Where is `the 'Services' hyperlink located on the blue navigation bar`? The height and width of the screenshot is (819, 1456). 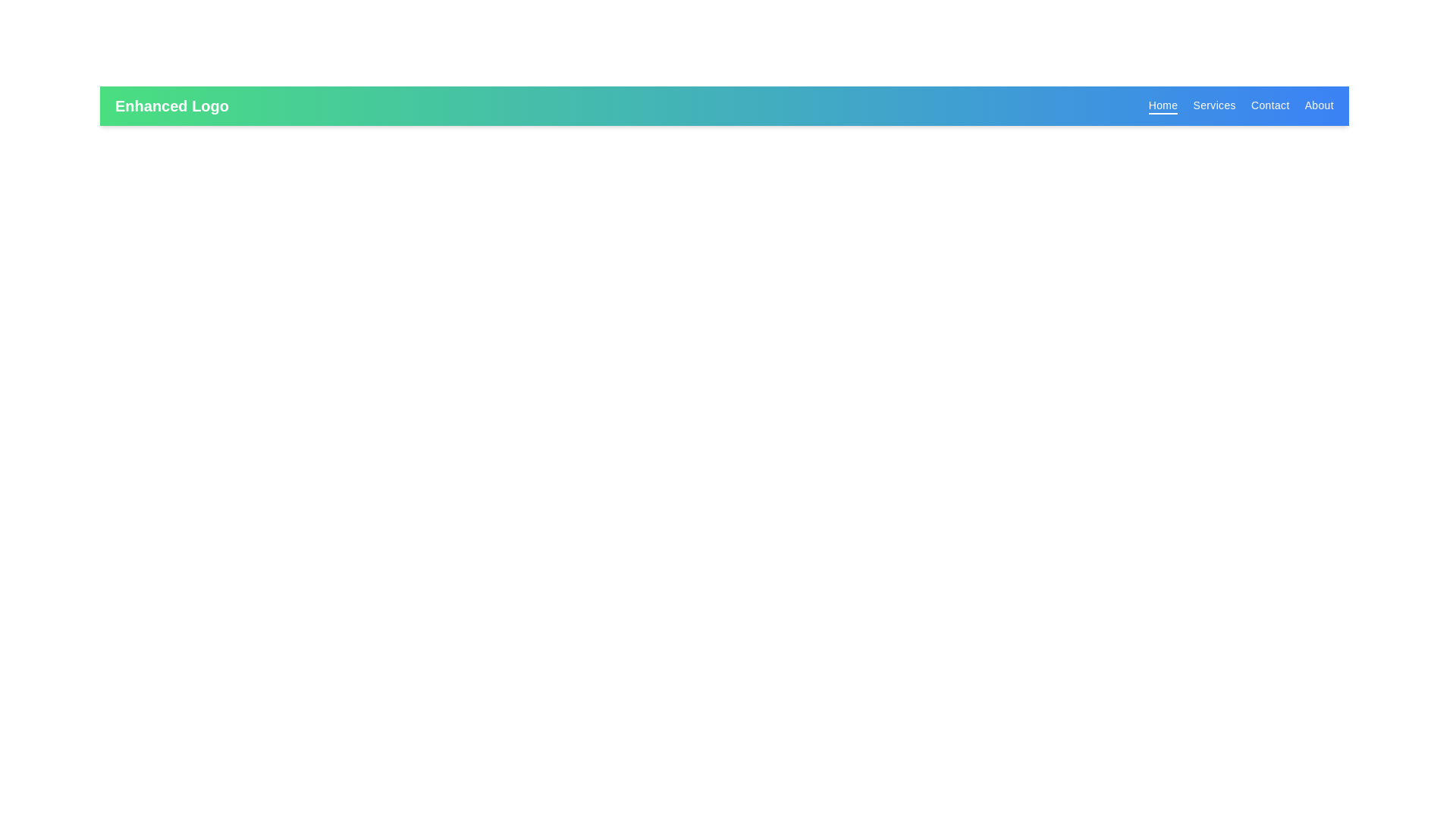
the 'Services' hyperlink located on the blue navigation bar is located at coordinates (1214, 105).